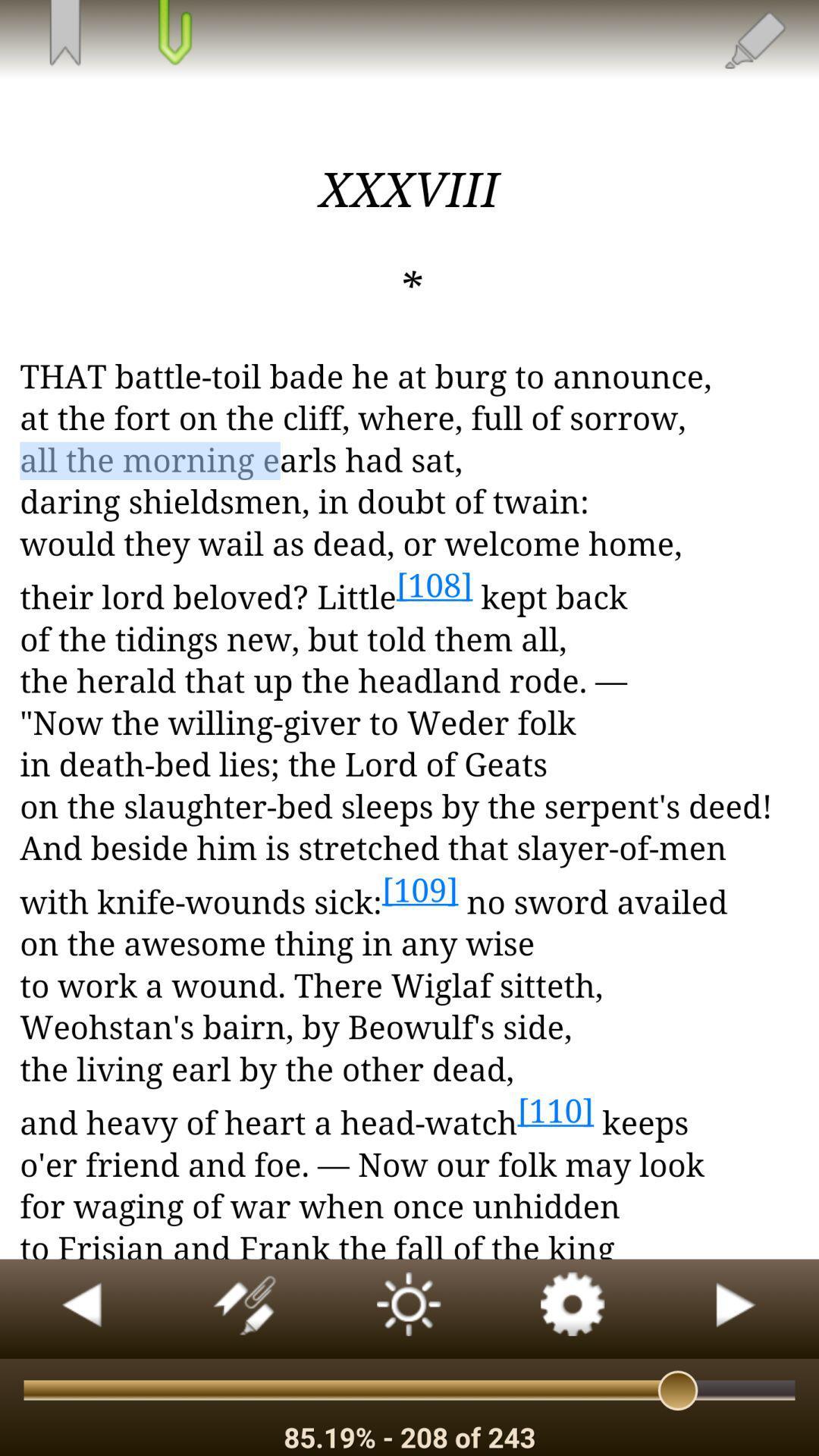  I want to click on back, so click(736, 1308).